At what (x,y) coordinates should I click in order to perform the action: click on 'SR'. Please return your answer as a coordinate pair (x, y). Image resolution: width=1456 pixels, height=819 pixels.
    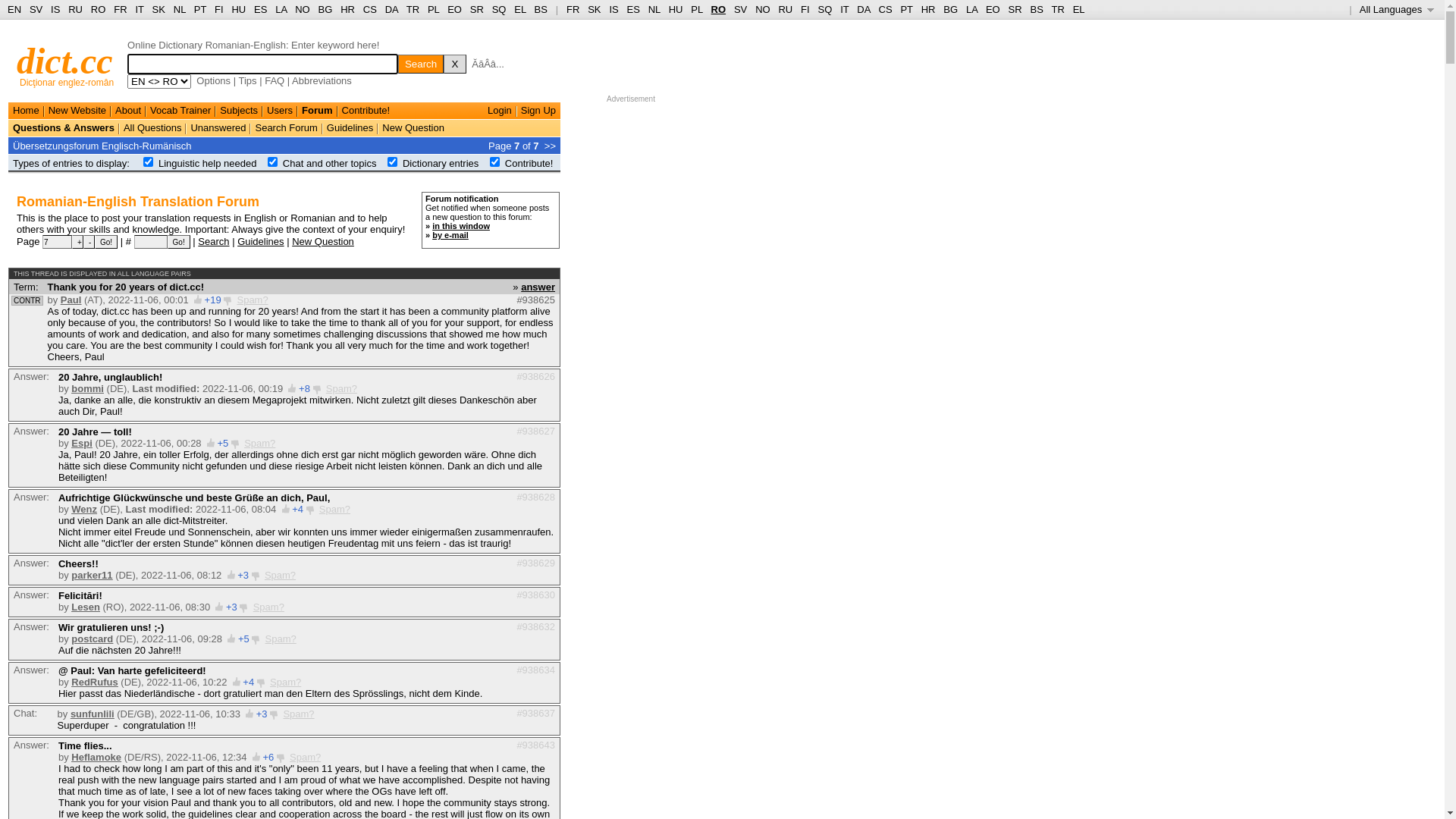
    Looking at the image, I should click on (475, 9).